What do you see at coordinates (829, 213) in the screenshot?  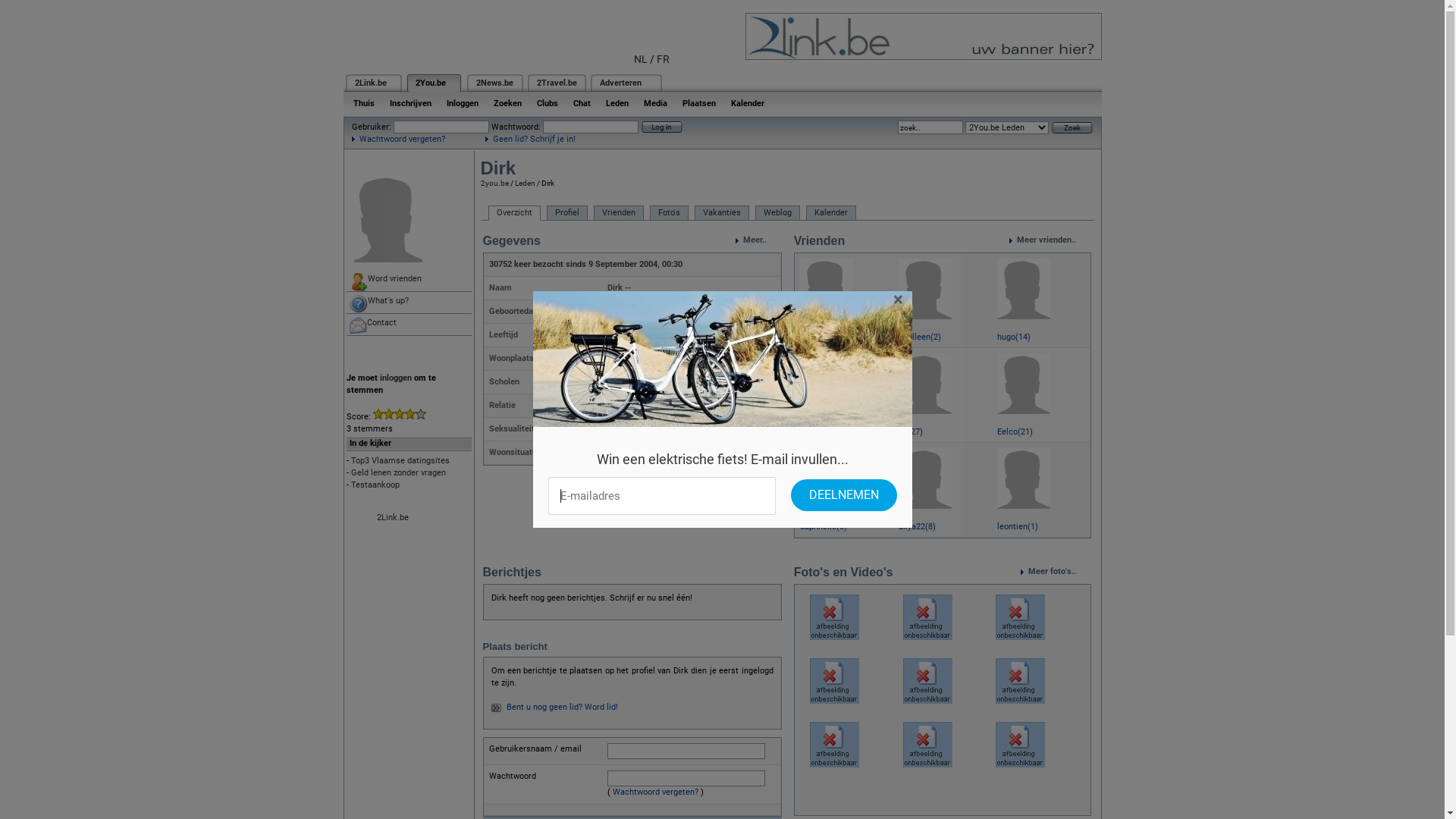 I see `'Kalender'` at bounding box center [829, 213].